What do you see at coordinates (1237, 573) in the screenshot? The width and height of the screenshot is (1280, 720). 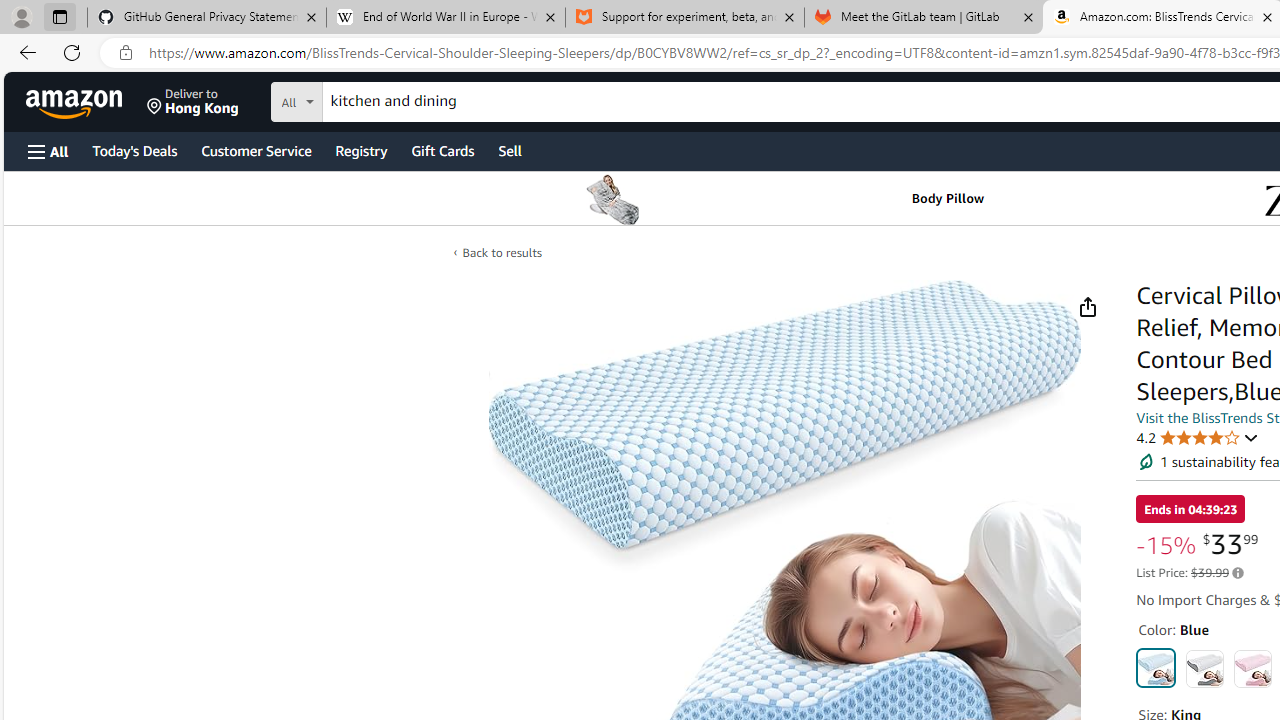 I see `'Learn more about Amazon pricing and savings'` at bounding box center [1237, 573].